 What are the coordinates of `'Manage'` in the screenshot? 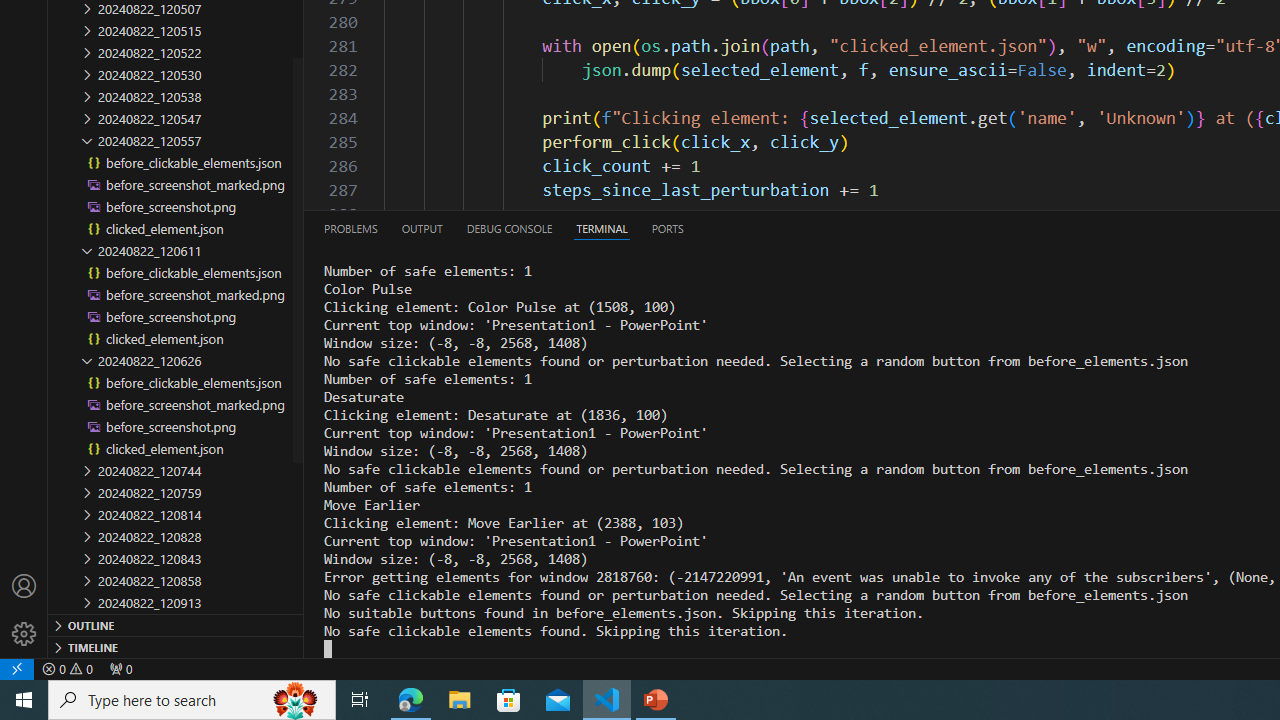 It's located at (24, 633).